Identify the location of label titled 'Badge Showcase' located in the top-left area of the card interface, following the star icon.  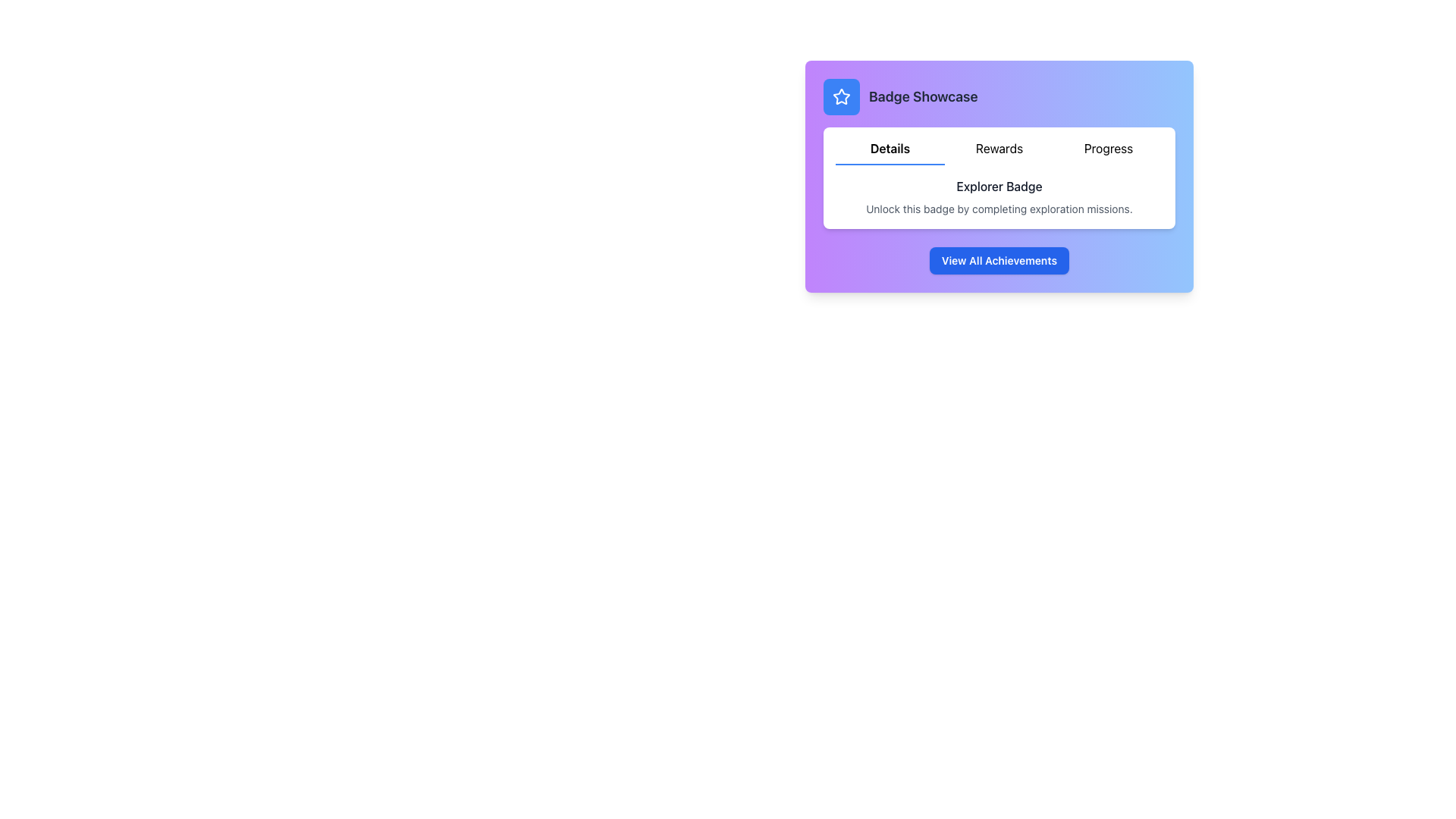
(900, 96).